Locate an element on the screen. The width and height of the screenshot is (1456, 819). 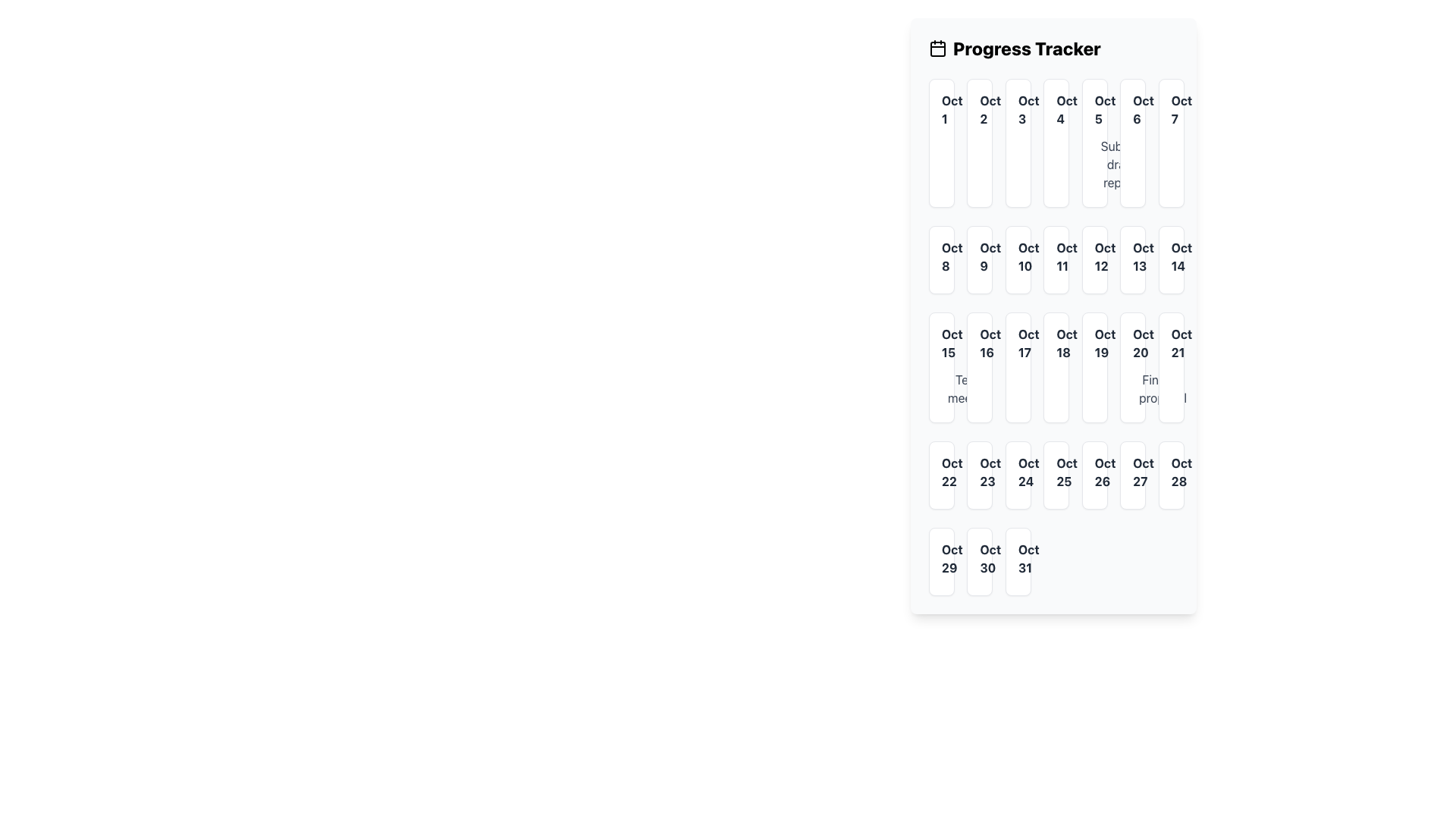
the circular SVG element outlined with a thin stroke, positioned above the date 'Oct 20' in the interactive calendar grid is located at coordinates (1142, 388).